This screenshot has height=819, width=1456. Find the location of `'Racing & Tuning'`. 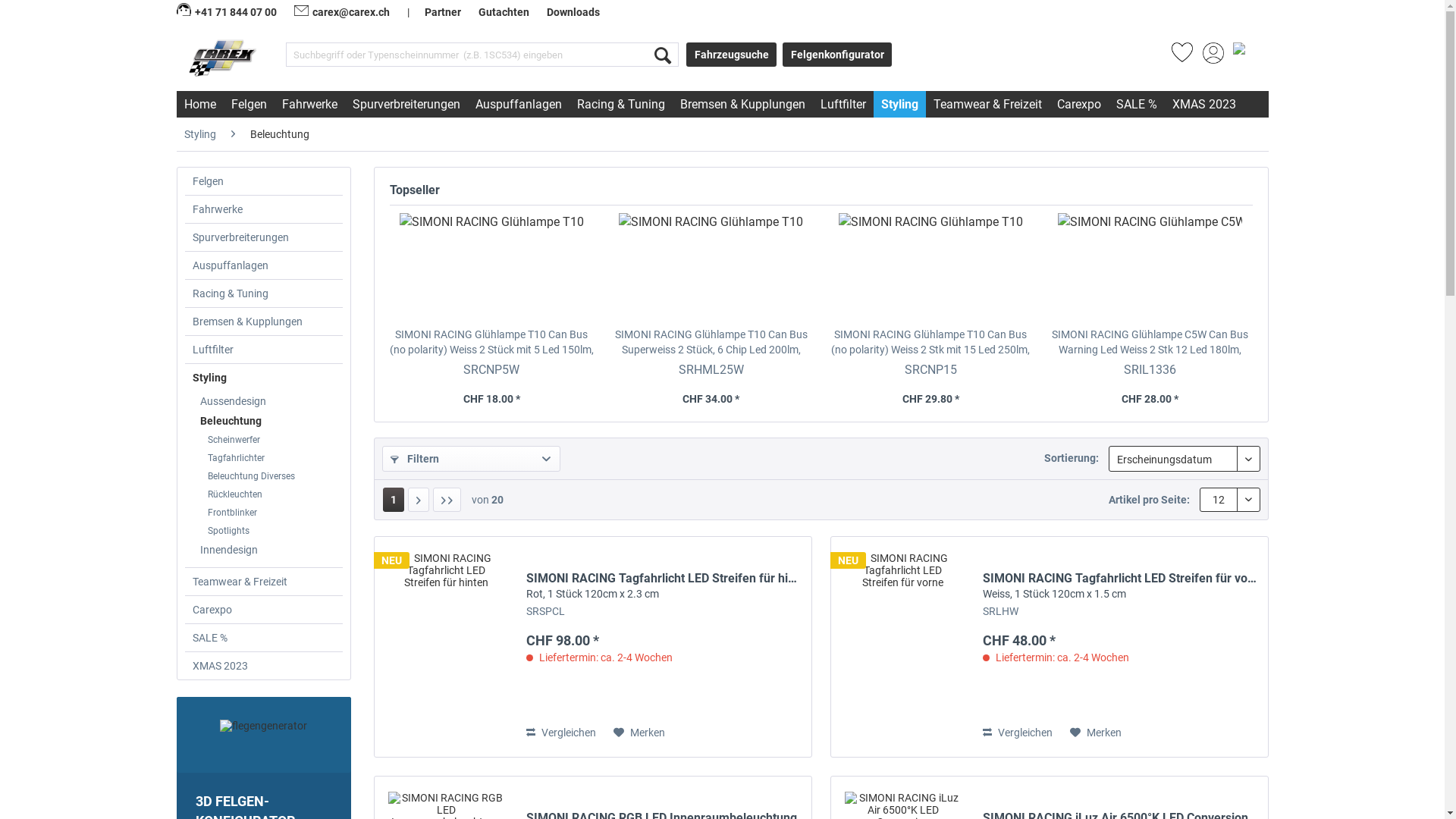

'Racing & Tuning' is located at coordinates (263, 293).